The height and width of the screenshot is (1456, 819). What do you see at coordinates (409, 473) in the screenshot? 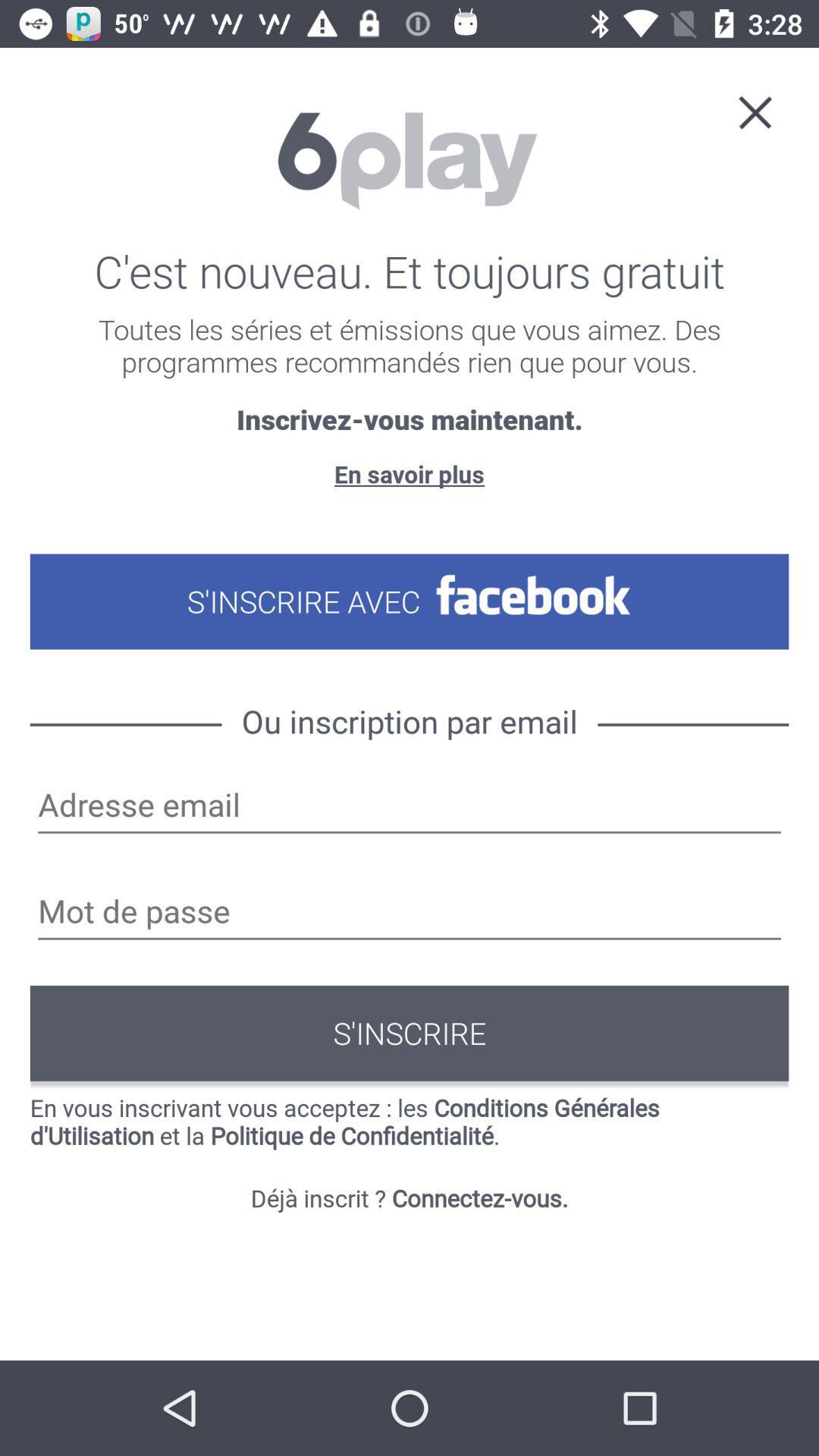
I see `the en savoir plus` at bounding box center [409, 473].